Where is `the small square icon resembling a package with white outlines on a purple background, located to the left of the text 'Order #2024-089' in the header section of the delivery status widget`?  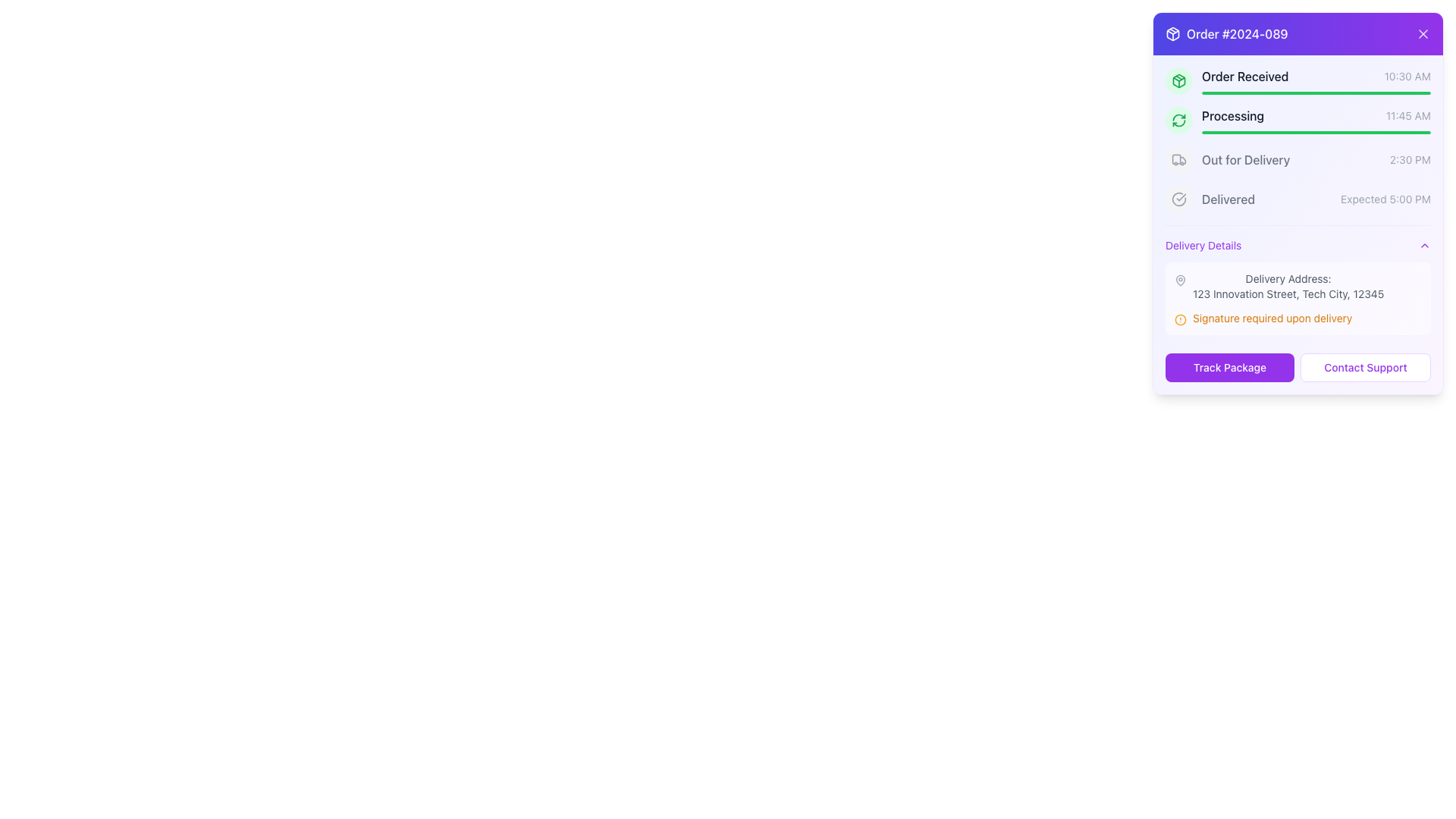 the small square icon resembling a package with white outlines on a purple background, located to the left of the text 'Order #2024-089' in the header section of the delivery status widget is located at coordinates (1172, 34).